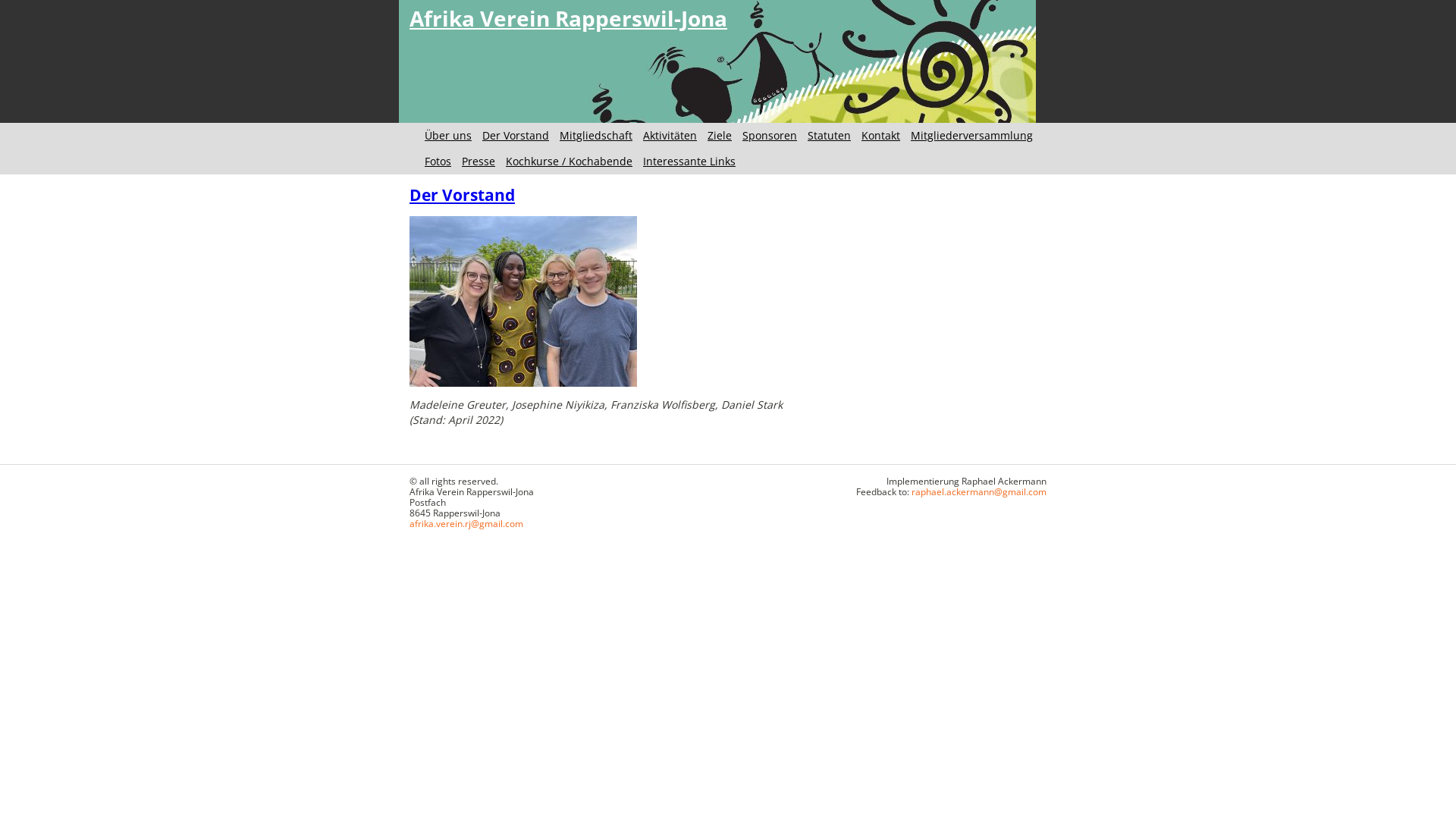  I want to click on 'Mitgliederversammlung', so click(971, 134).